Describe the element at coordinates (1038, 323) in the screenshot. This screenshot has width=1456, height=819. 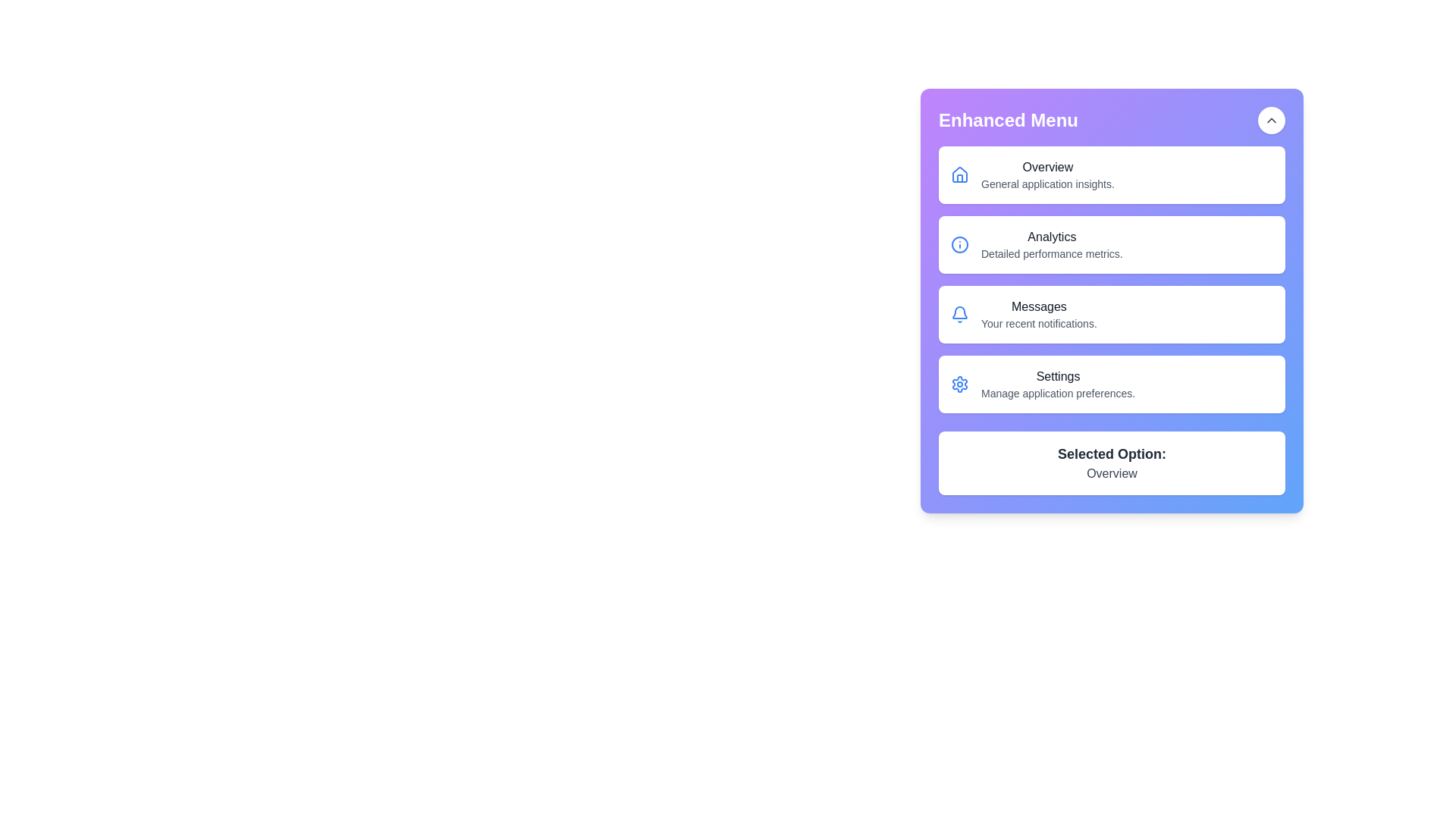
I see `the text snippet that reads 'Your recent notifications.' located beneath the 'Messages' heading in the 'Enhanced Menu' sidebar` at that location.